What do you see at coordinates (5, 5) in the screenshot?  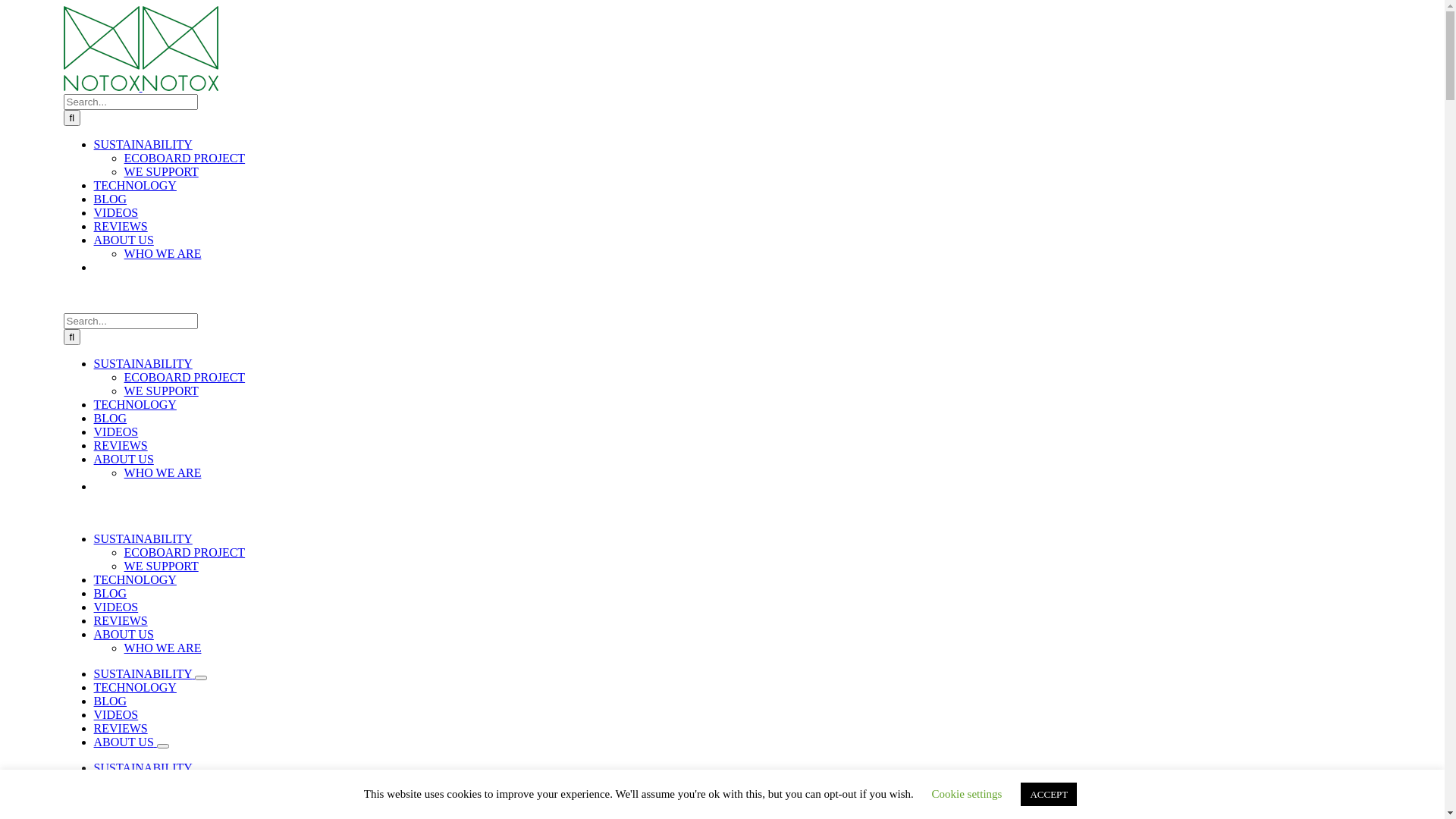 I see `'Skip to content'` at bounding box center [5, 5].